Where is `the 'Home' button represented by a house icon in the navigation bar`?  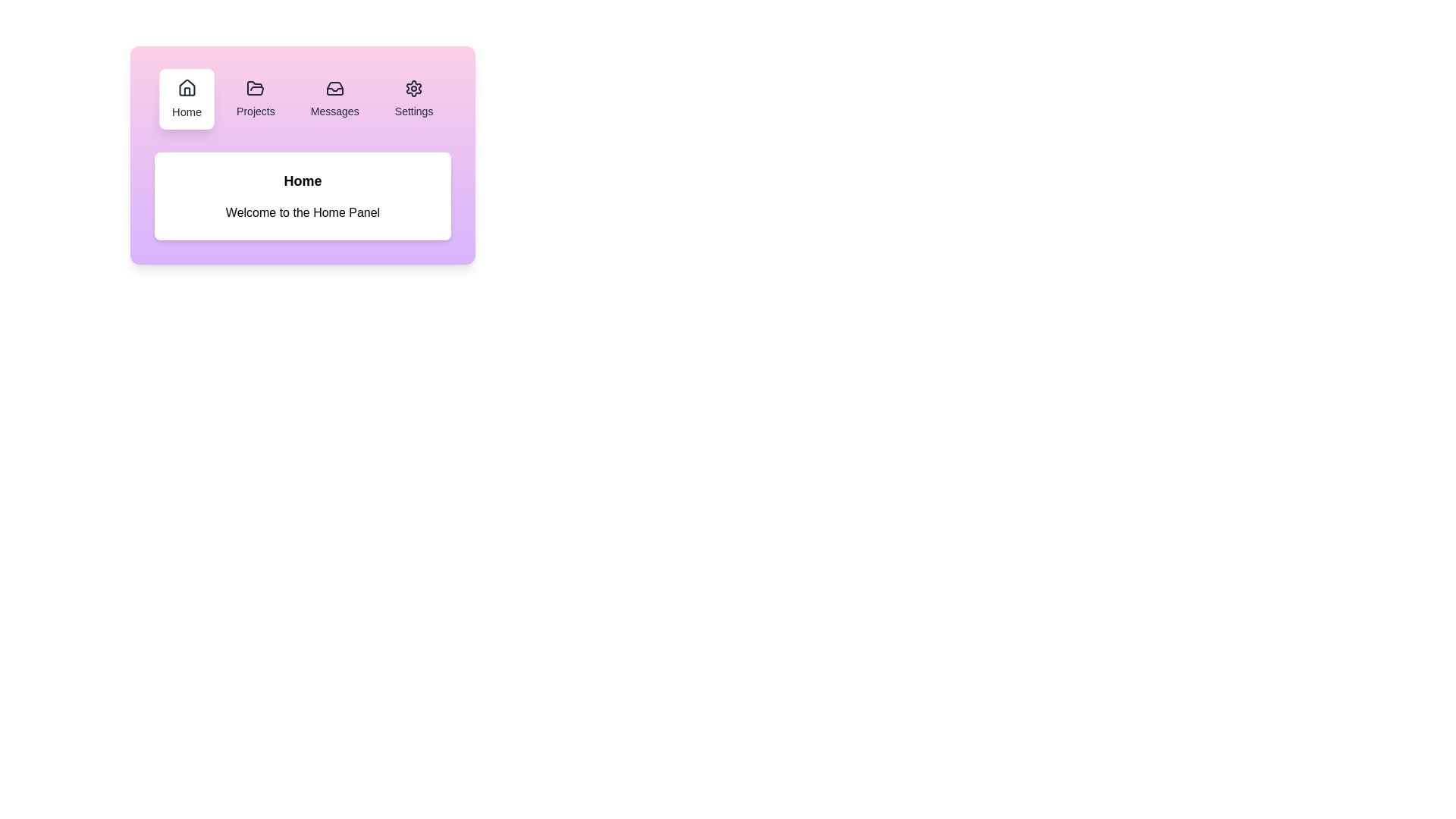 the 'Home' button represented by a house icon in the navigation bar is located at coordinates (186, 92).